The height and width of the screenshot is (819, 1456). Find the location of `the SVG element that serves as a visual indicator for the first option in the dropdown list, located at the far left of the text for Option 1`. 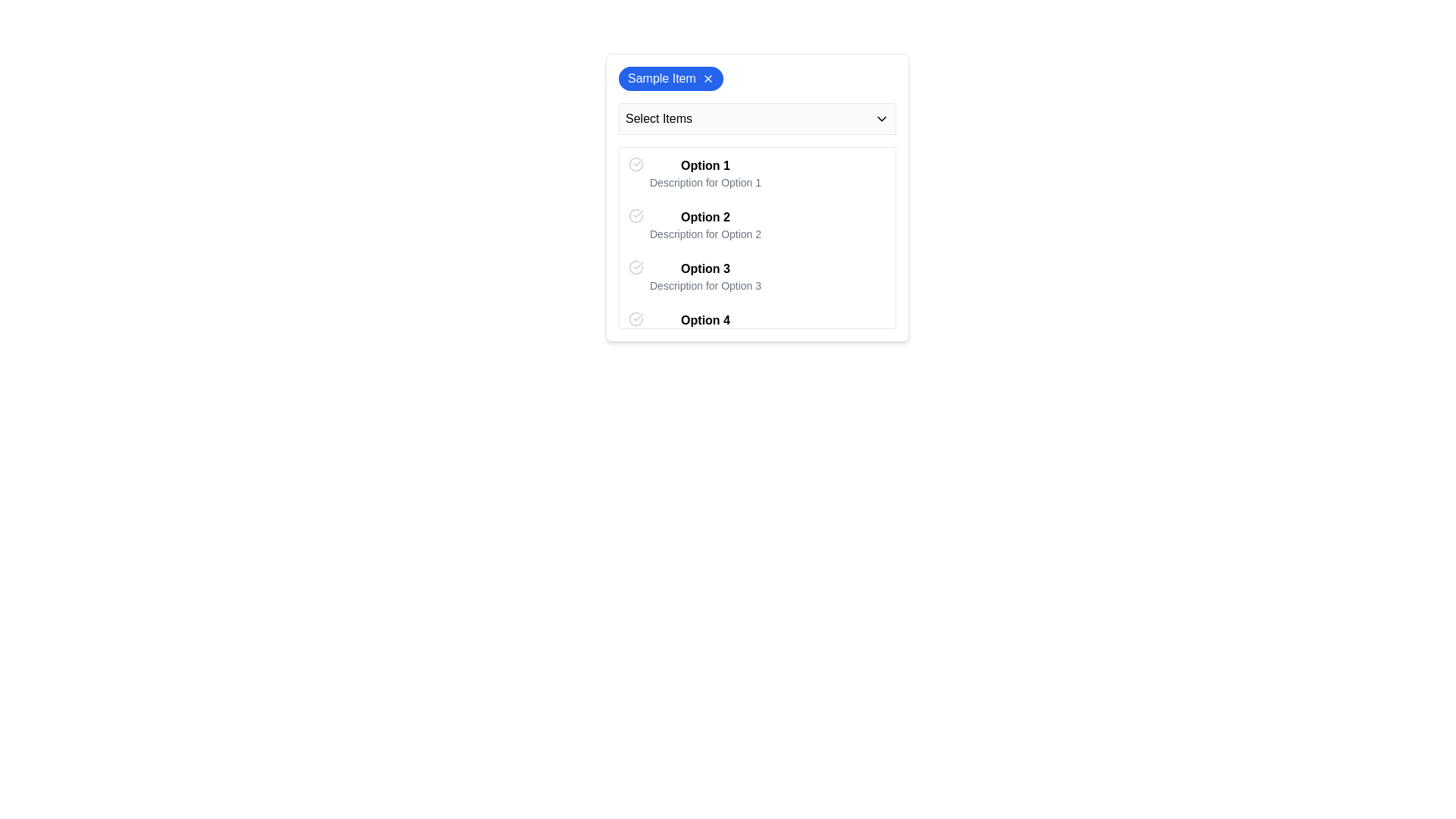

the SVG element that serves as a visual indicator for the first option in the dropdown list, located at the far left of the text for Option 1 is located at coordinates (636, 164).